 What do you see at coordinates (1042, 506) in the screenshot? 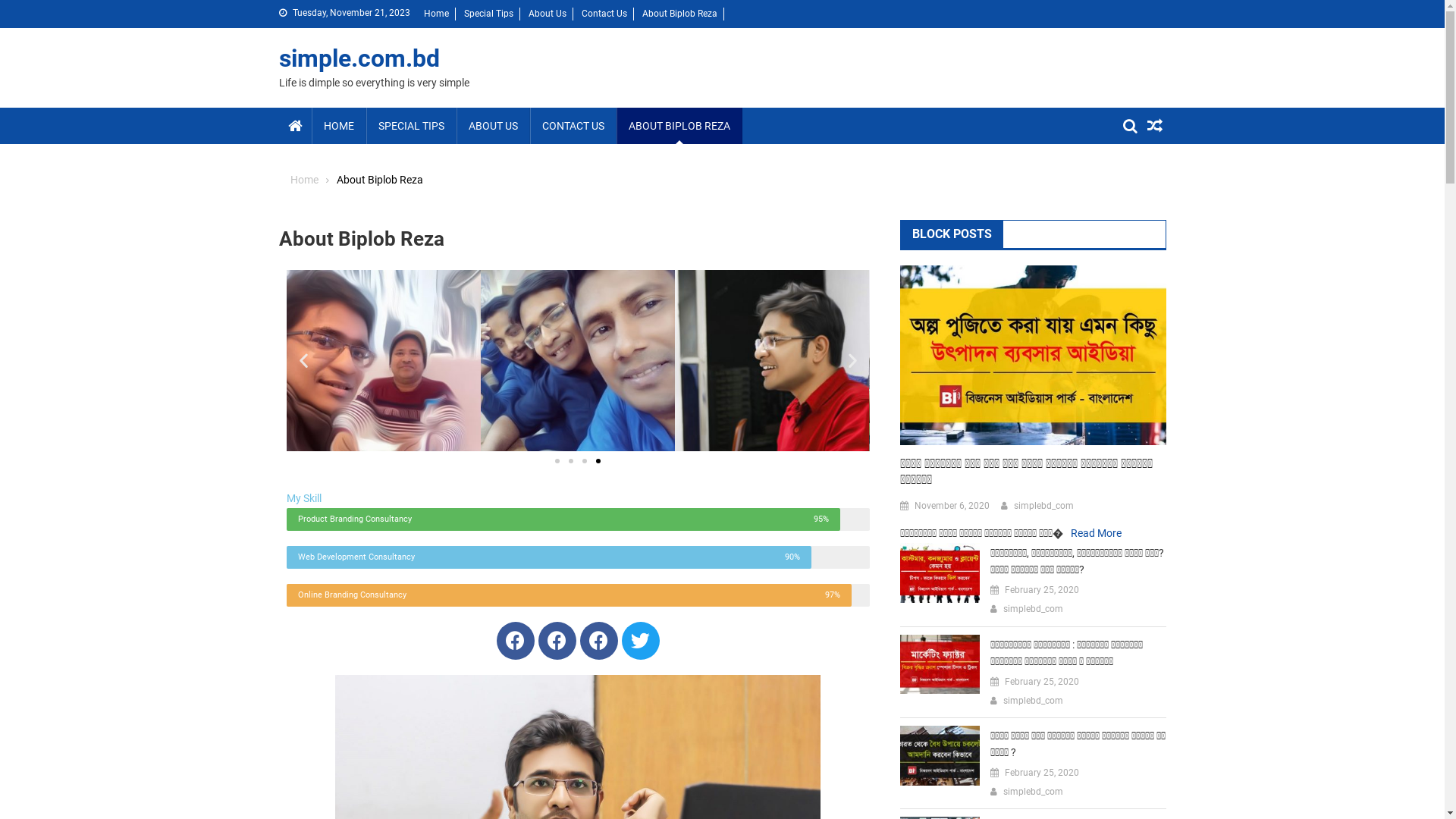
I see `'simplebd_com'` at bounding box center [1042, 506].